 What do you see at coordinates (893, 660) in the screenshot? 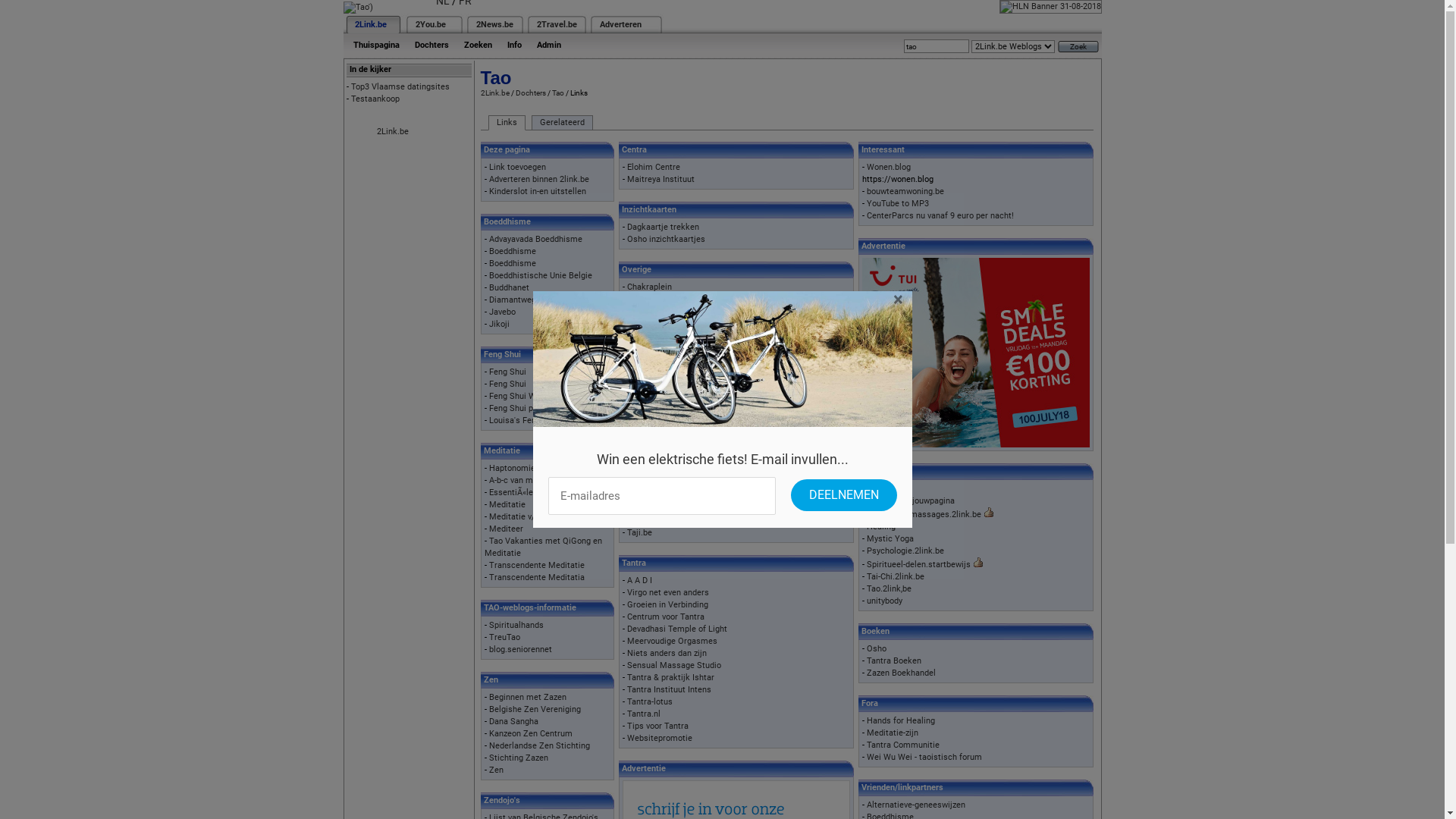
I see `'Tantra Boeken'` at bounding box center [893, 660].